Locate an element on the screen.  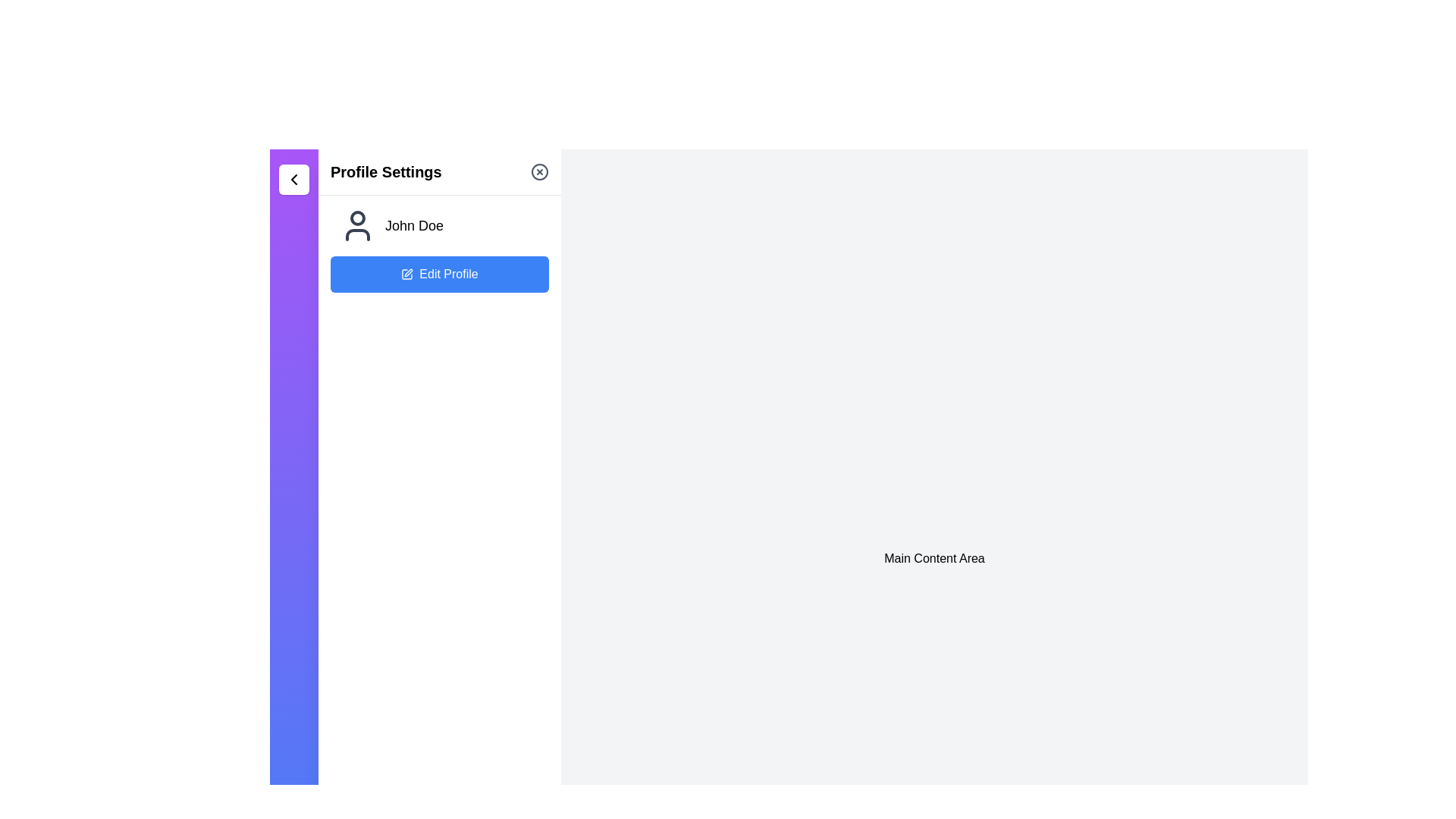
text 'Edit Profile' displayed in white on a blue button, located below the user name 'John Doe' and next to the pencil icon is located at coordinates (447, 275).